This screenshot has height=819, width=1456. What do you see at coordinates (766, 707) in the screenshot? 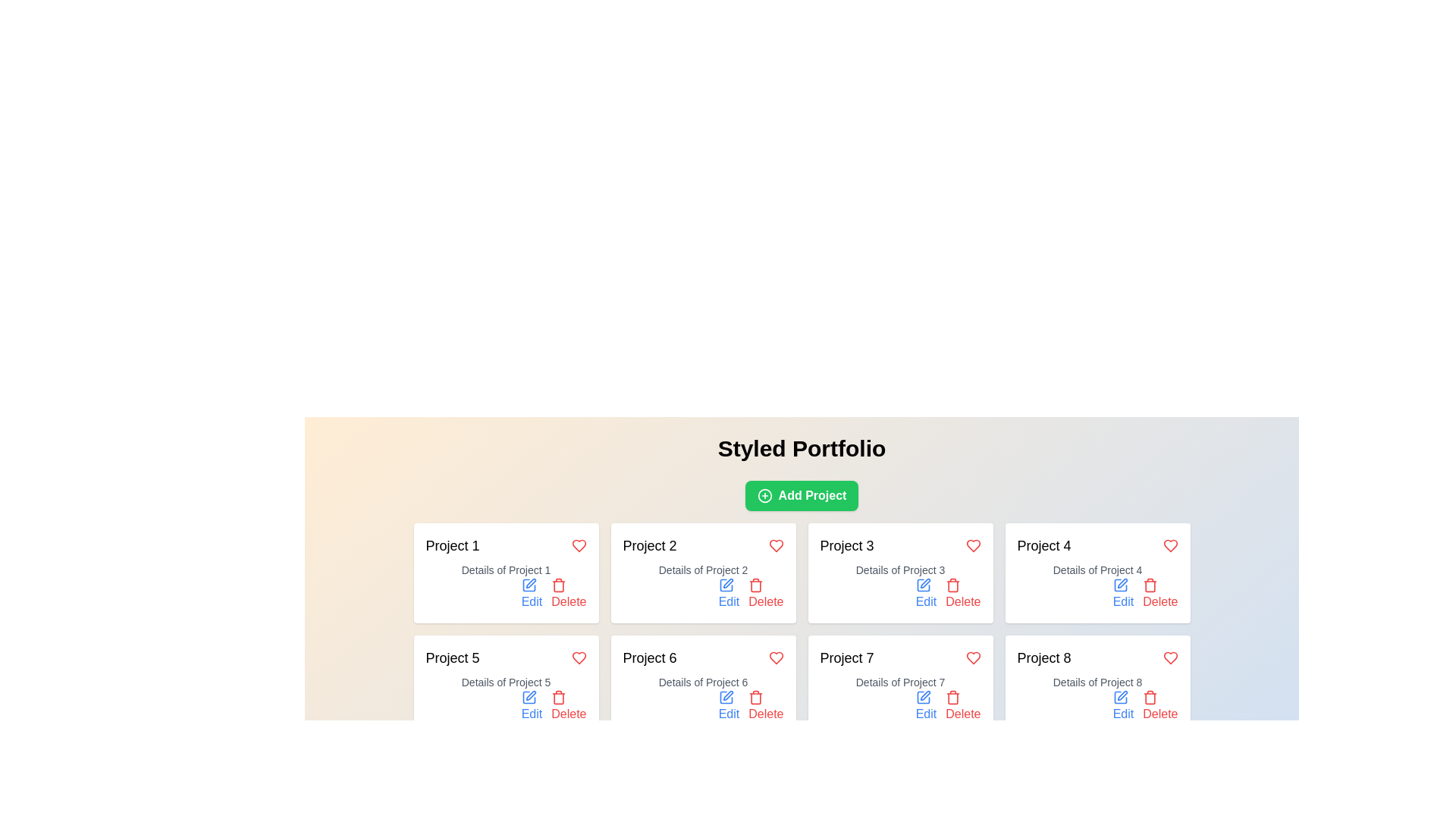
I see `the 'Delete' button with bold red text and a trash can icon located` at bounding box center [766, 707].